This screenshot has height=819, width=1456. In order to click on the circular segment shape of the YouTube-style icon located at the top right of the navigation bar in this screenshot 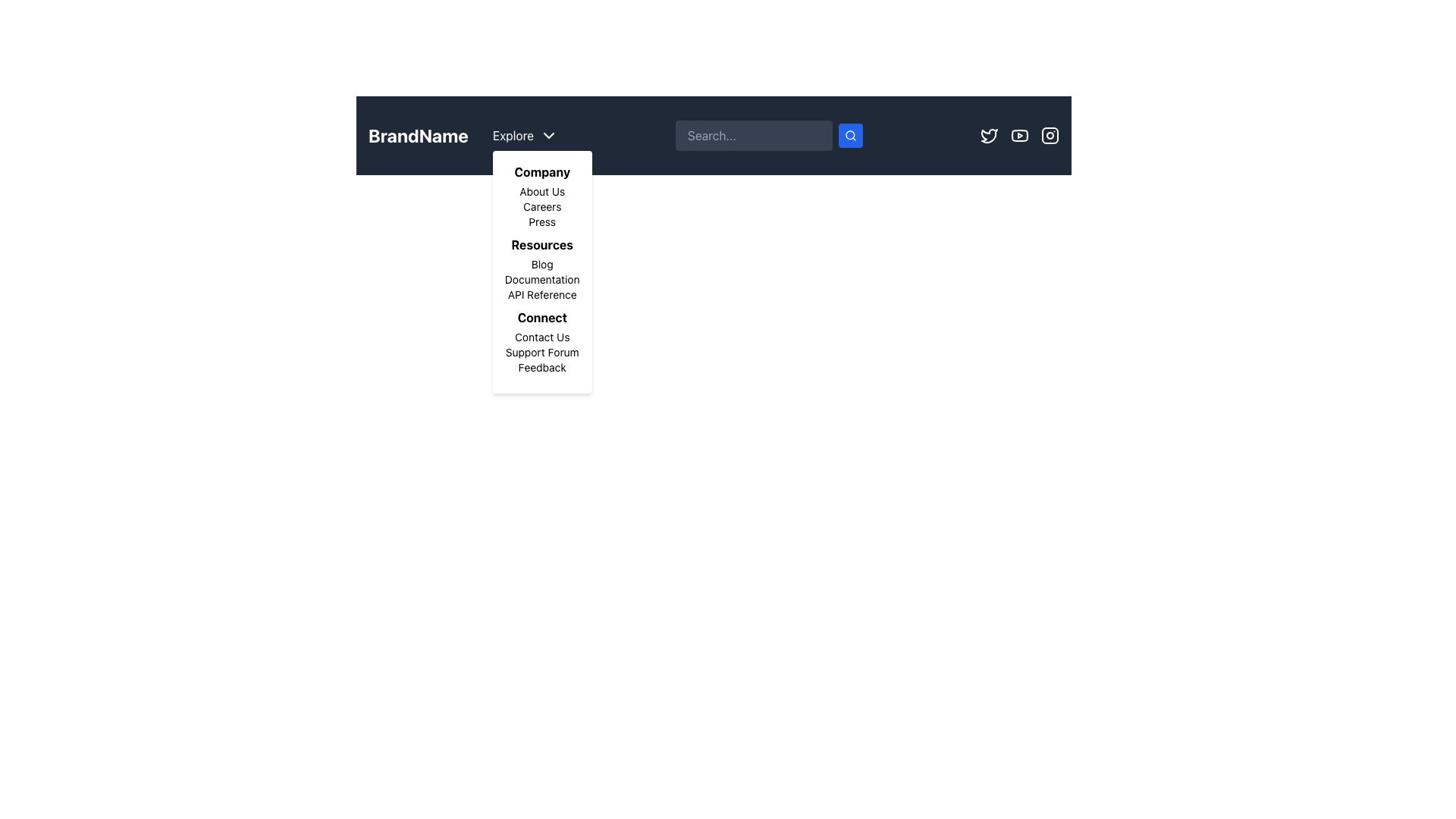, I will do `click(1019, 134)`.